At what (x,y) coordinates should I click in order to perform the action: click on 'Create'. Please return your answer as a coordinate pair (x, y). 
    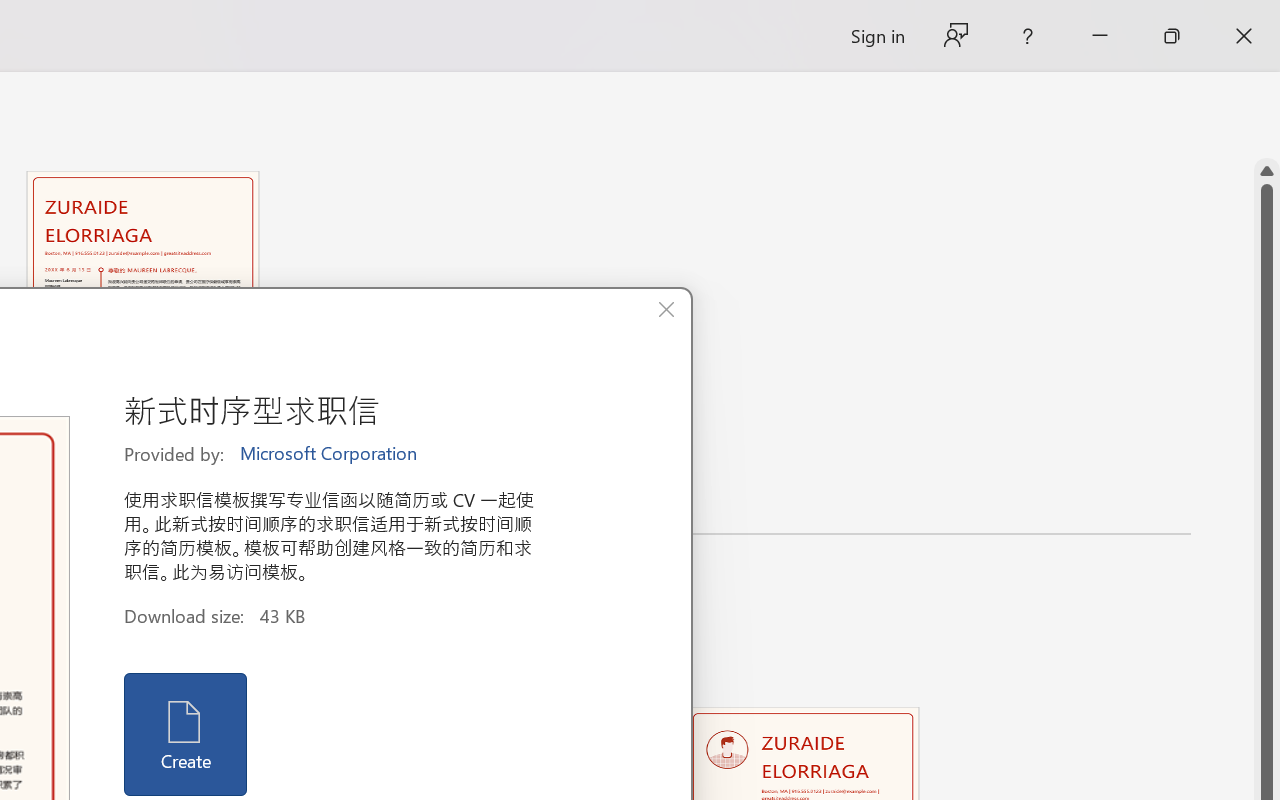
    Looking at the image, I should click on (185, 734).